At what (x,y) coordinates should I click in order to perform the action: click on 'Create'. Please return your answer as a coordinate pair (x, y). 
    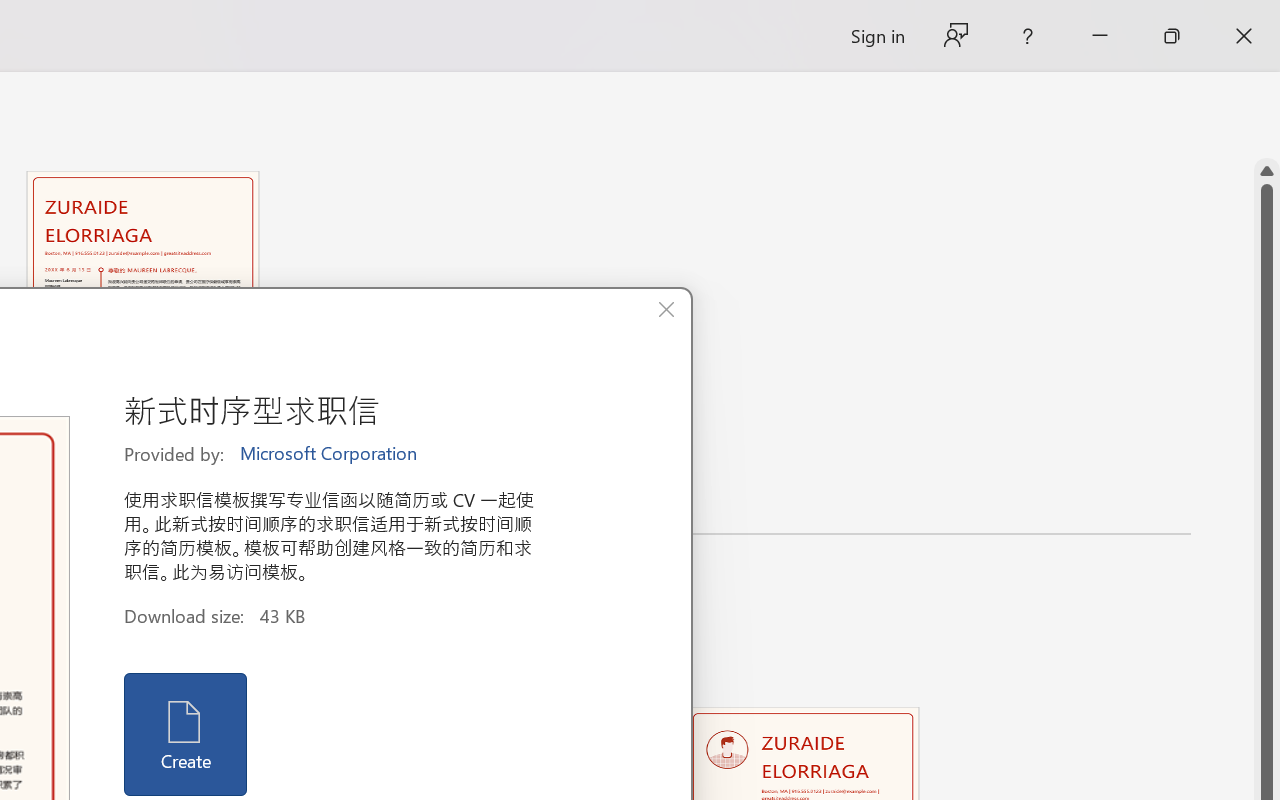
    Looking at the image, I should click on (185, 734).